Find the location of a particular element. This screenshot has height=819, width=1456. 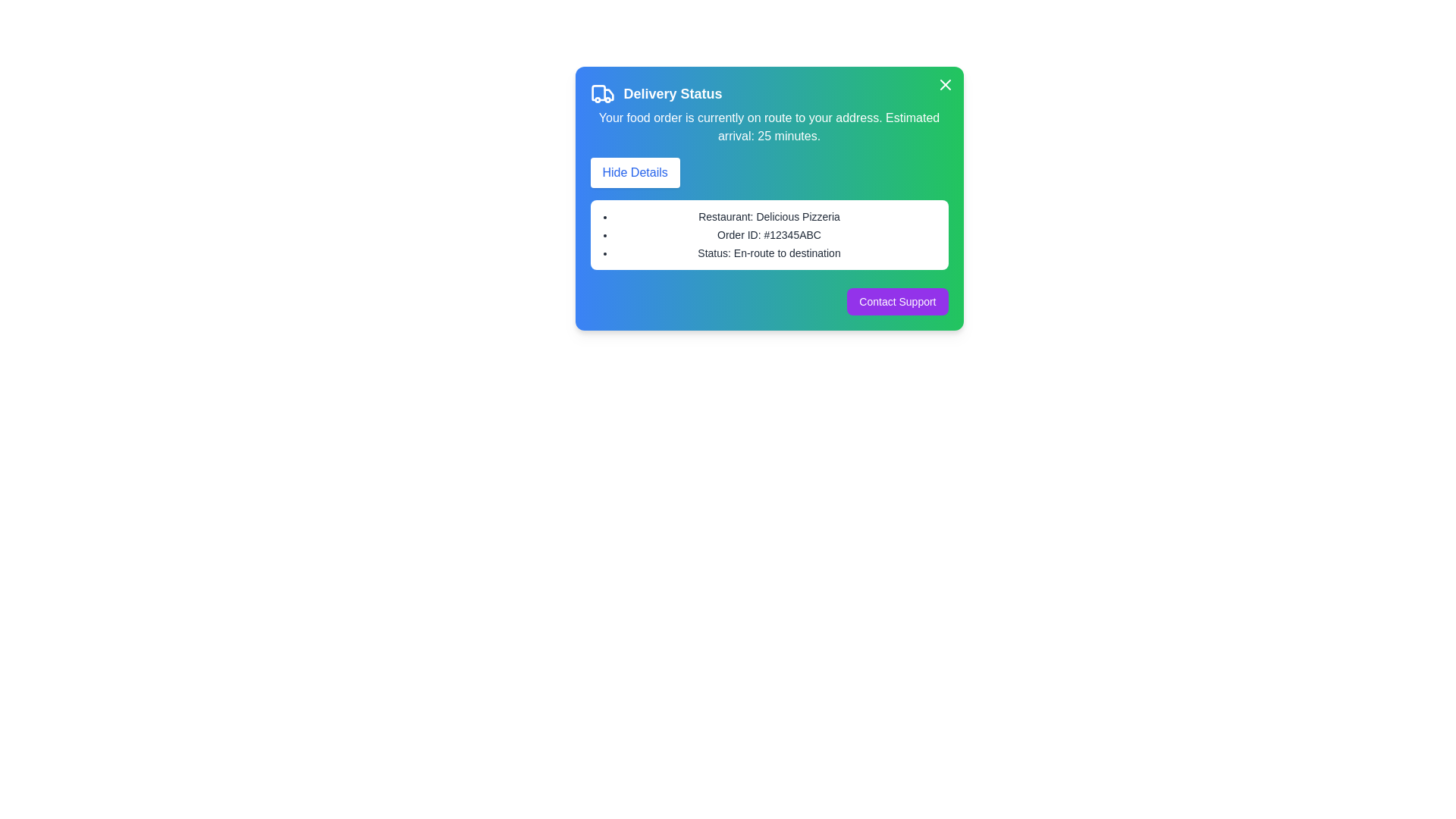

the 'Hide Details' button to toggle the visibility of order details is located at coordinates (634, 171).